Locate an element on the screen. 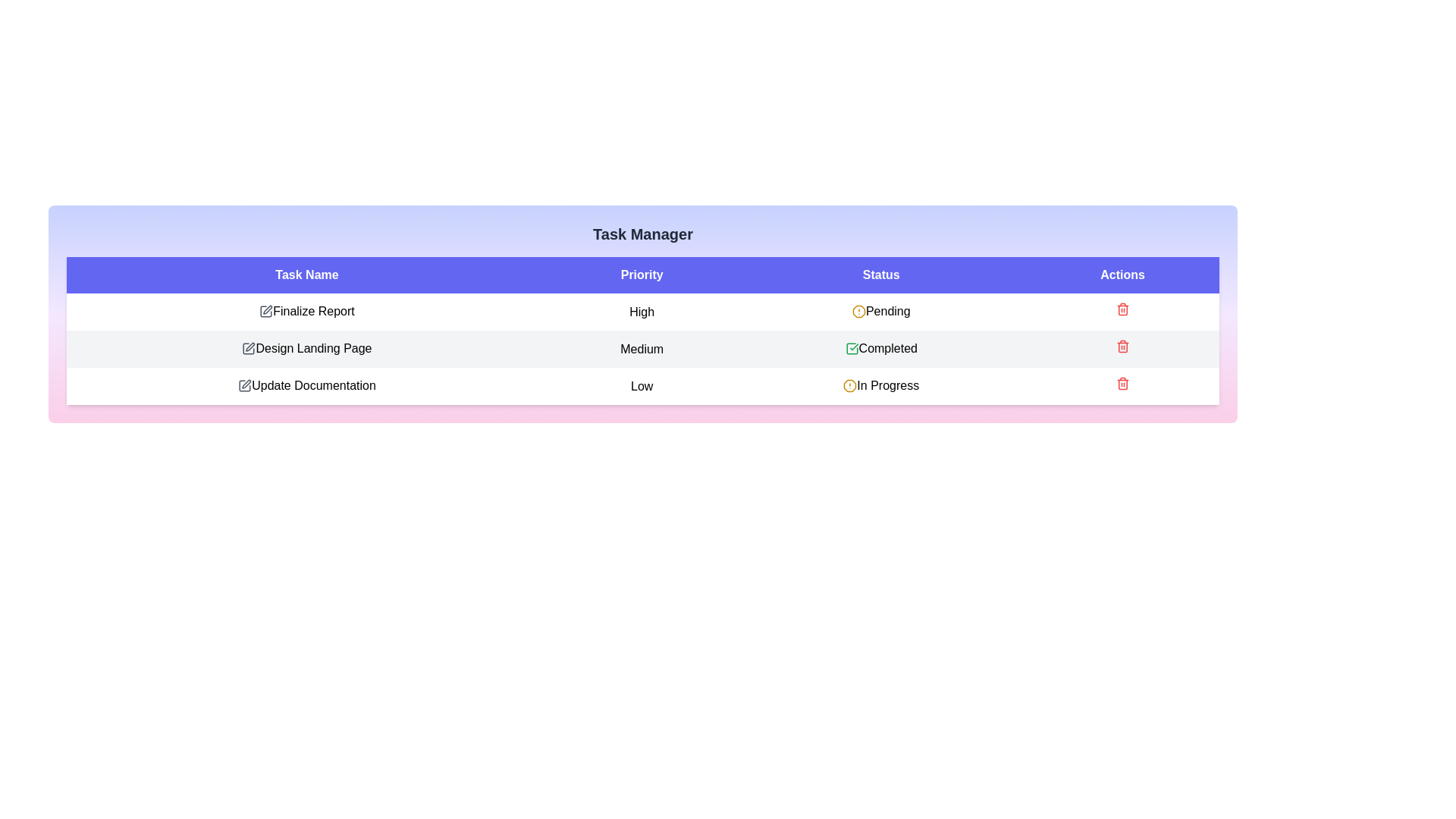 The width and height of the screenshot is (1456, 819). the trash icon for the task with name Update Documentation is located at coordinates (1122, 382).